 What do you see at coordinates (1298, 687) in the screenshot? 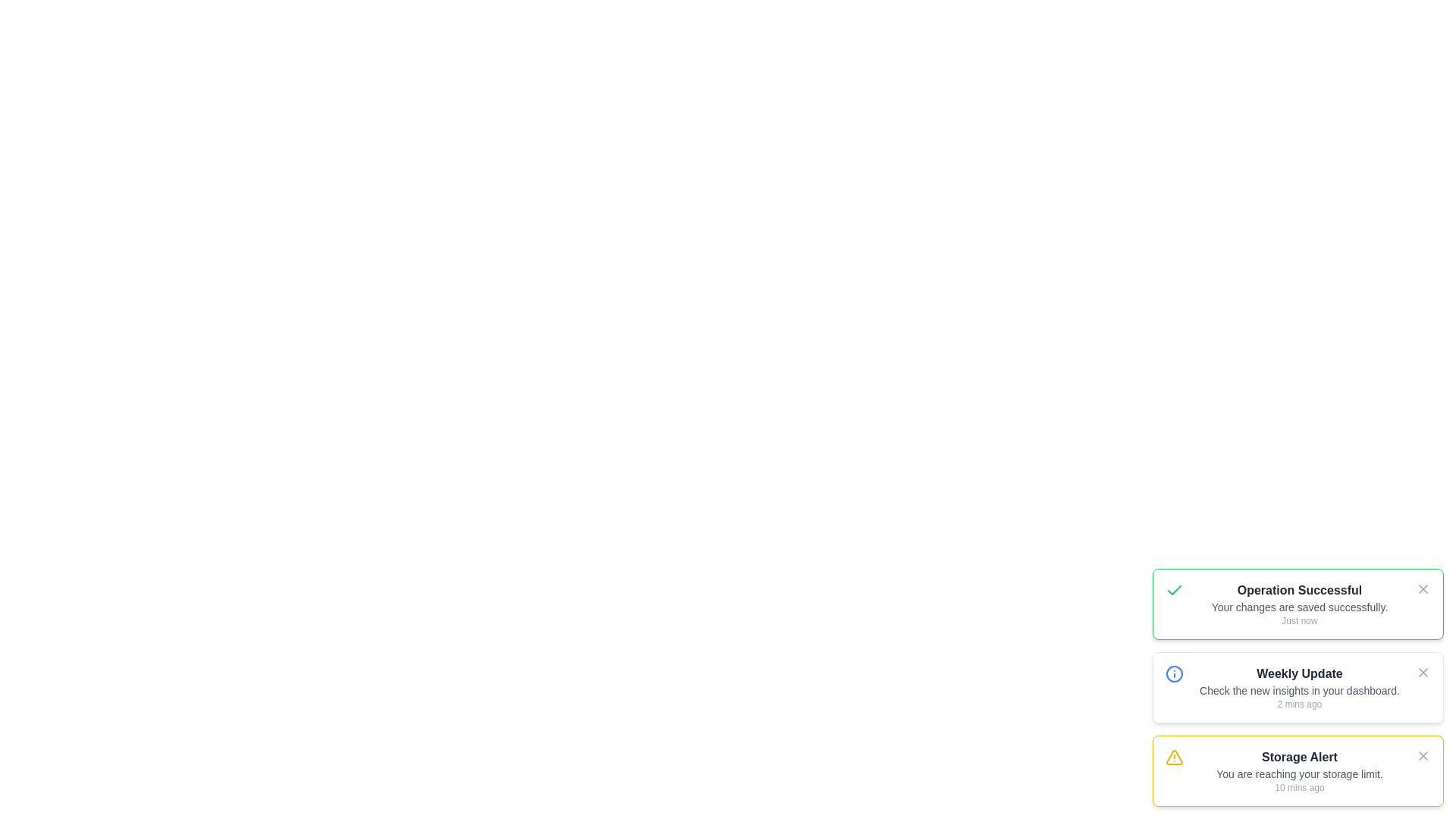
I see `the Informational Notification Box labeled 'Weekly Update'` at bounding box center [1298, 687].